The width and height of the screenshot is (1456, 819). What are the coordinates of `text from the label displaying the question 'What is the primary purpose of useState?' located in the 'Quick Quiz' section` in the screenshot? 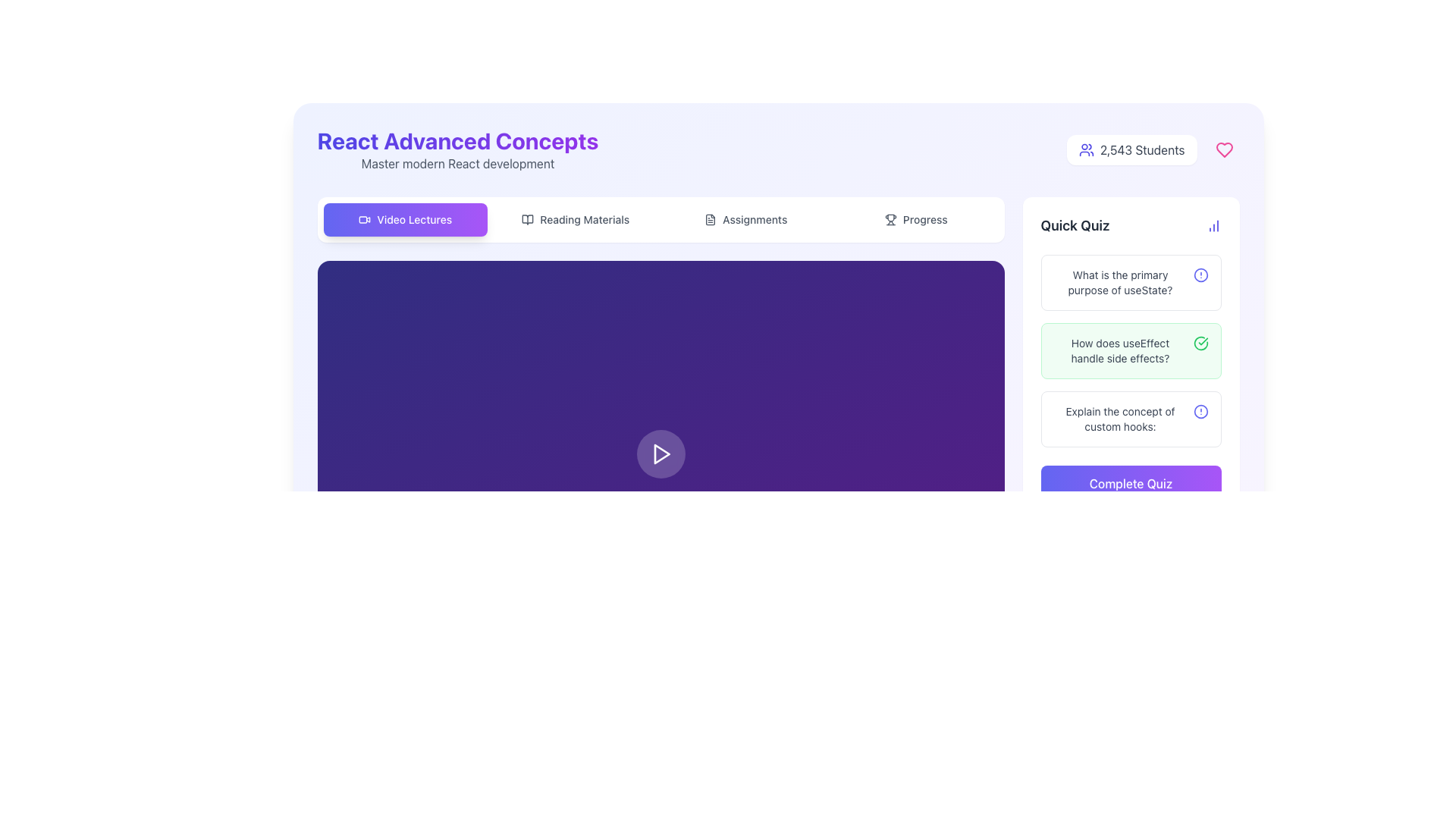 It's located at (1120, 283).